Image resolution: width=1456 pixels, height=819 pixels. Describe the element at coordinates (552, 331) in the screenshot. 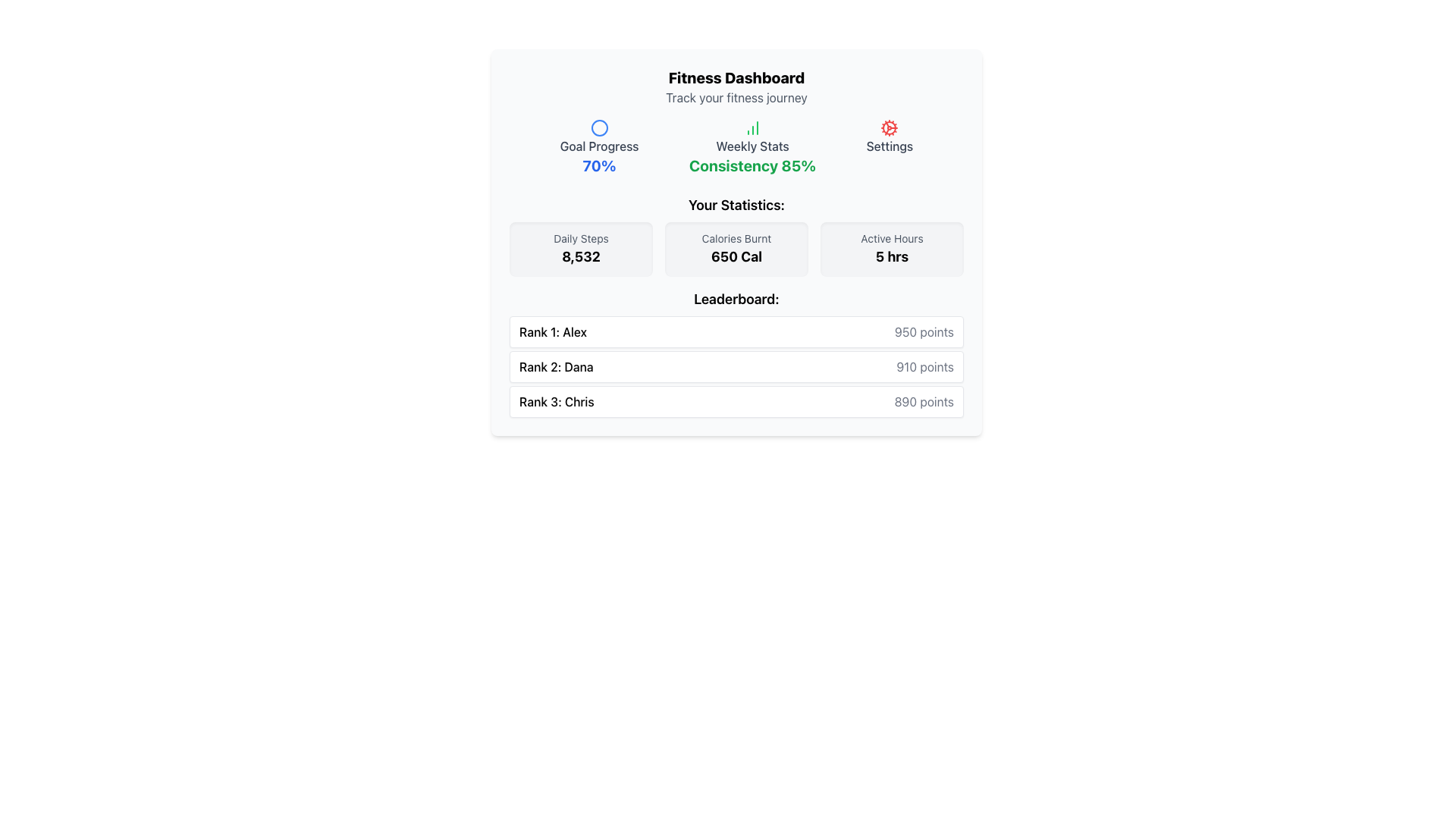

I see `displayed text 'Rank 1: Alex' from the leaderboard UI component, which is positioned to the left of the points text` at that location.